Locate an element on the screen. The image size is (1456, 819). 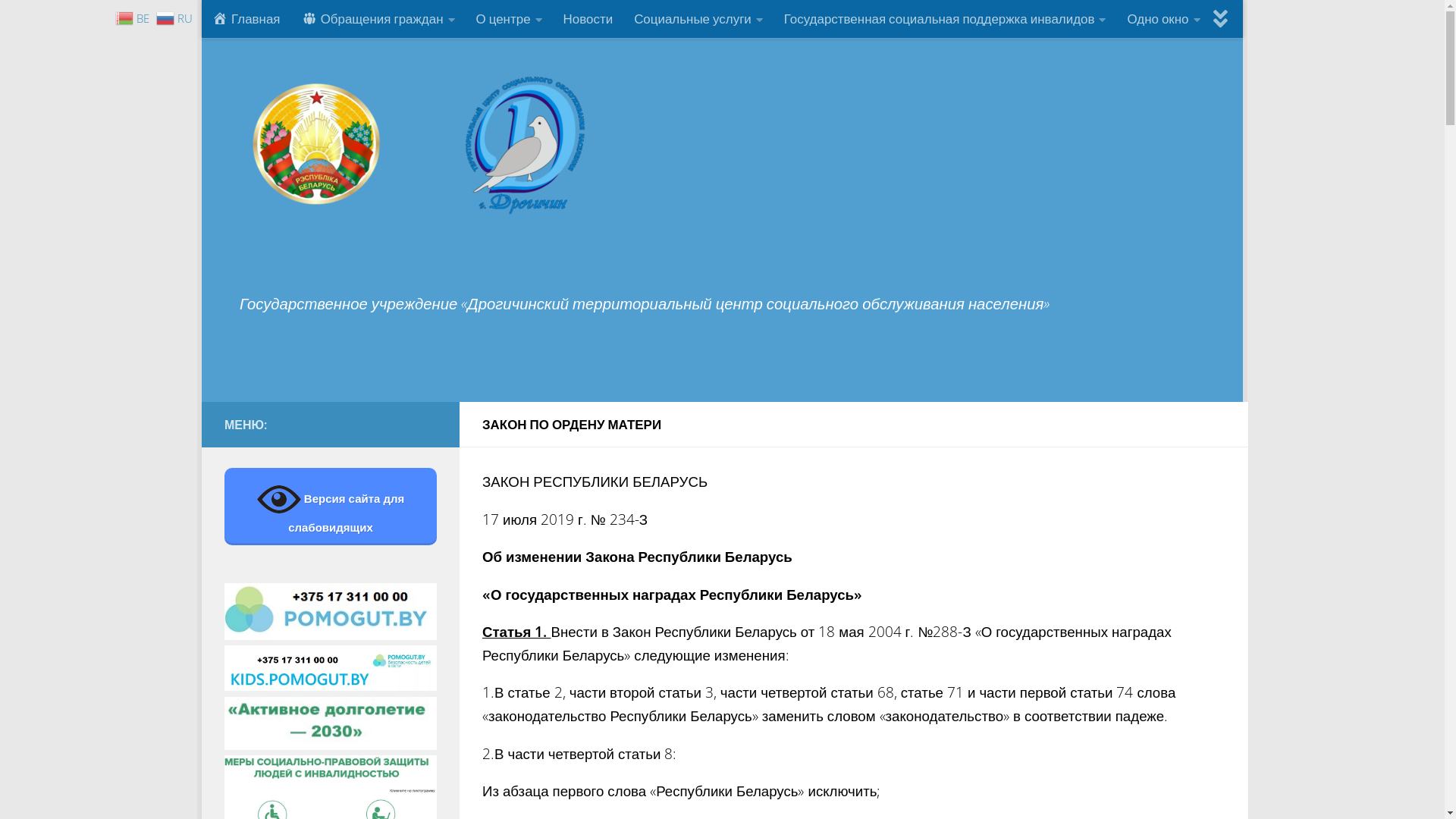
'RU' is located at coordinates (176, 17).